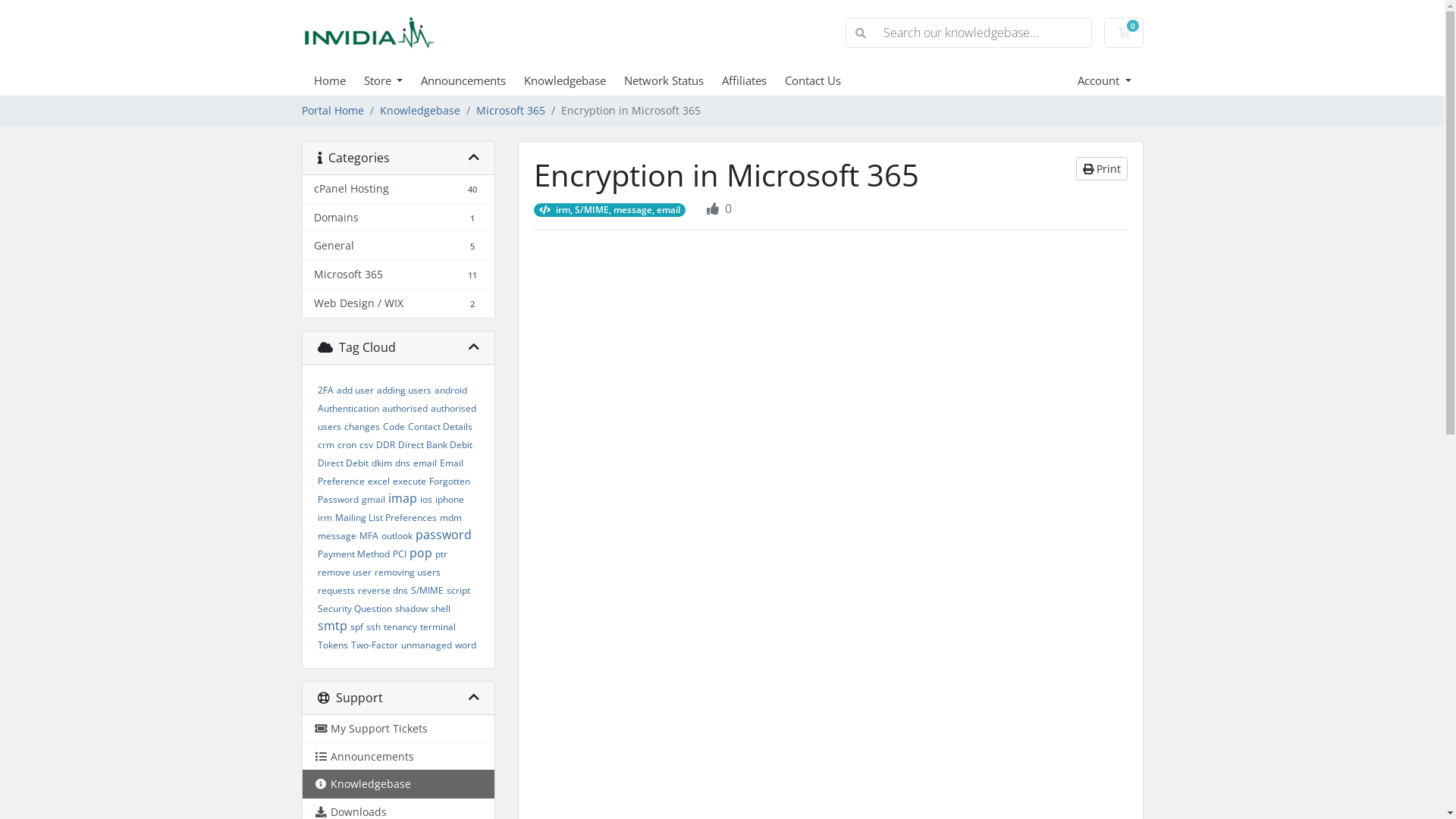 The height and width of the screenshot is (819, 1456). I want to click on 'Portal Home', so click(331, 110).